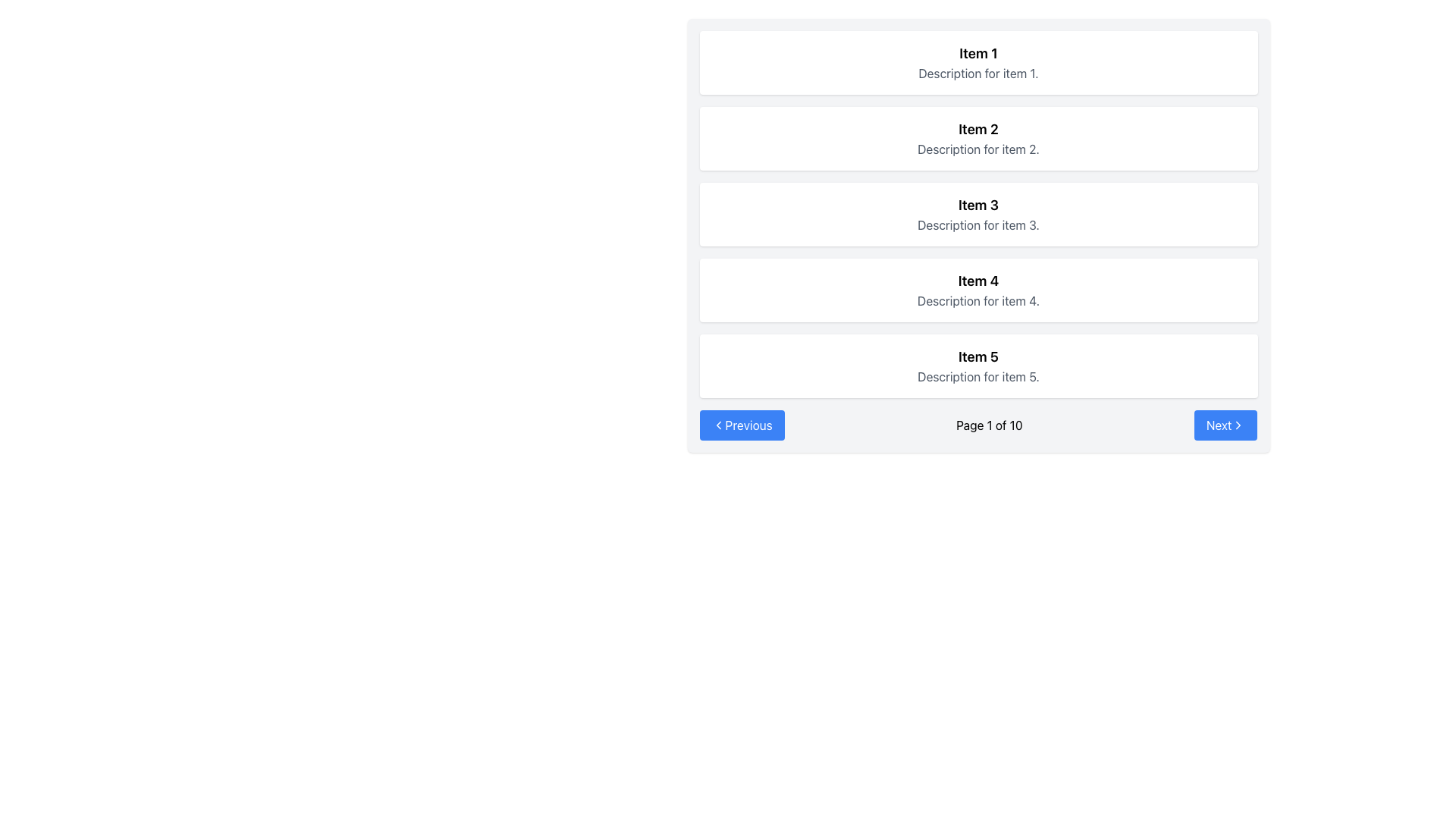 Image resolution: width=1456 pixels, height=819 pixels. What do you see at coordinates (1225, 425) in the screenshot?
I see `the blue 'Next' button with white text and a right arrow icon, located in the bottom-right portion of the interface, to proceed` at bounding box center [1225, 425].